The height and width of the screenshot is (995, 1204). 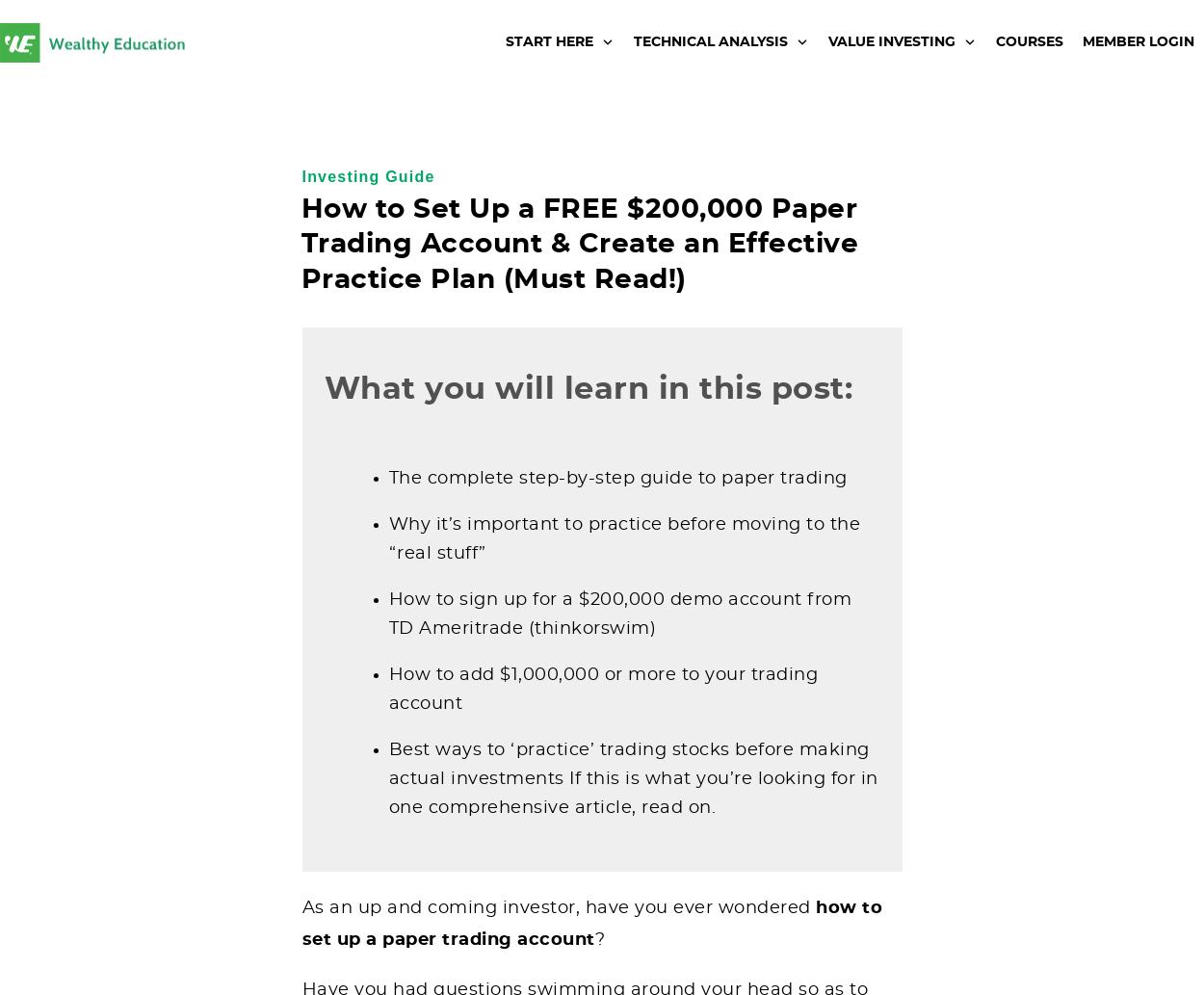 I want to click on 'How to Set Up a FREE $200,000 Paper Trading Account & Create an Effective Practice Plan (Must Read!)', so click(x=578, y=243).